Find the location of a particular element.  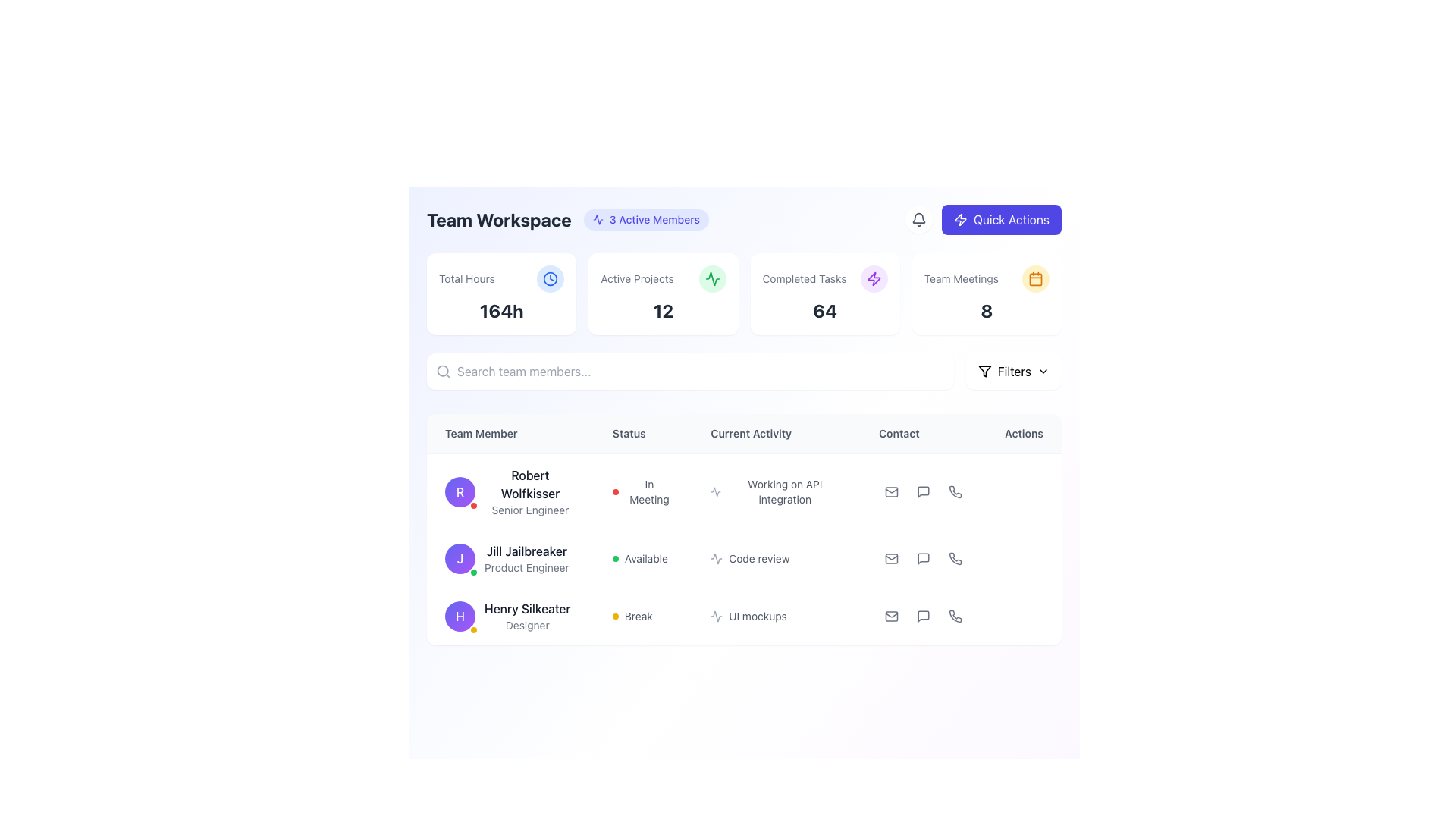

the Text Label displaying the name 'Henry Silkeater' and title 'Designer', which is located beneath the avatar icon in the third row of the 'Team Member' column is located at coordinates (527, 617).